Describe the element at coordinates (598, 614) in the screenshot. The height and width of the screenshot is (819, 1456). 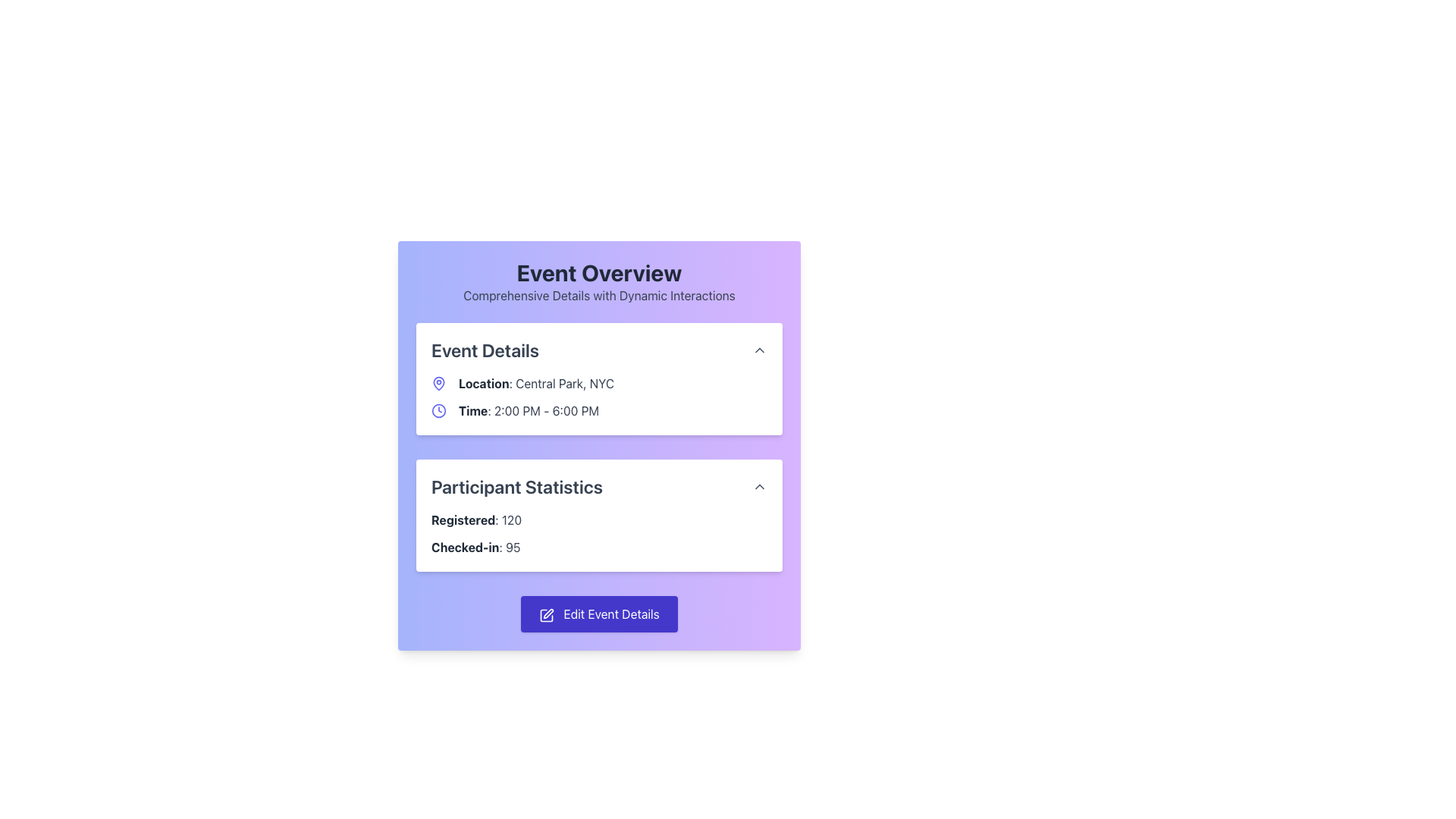
I see `the button located below the 'Participant Statistics' section` at that location.